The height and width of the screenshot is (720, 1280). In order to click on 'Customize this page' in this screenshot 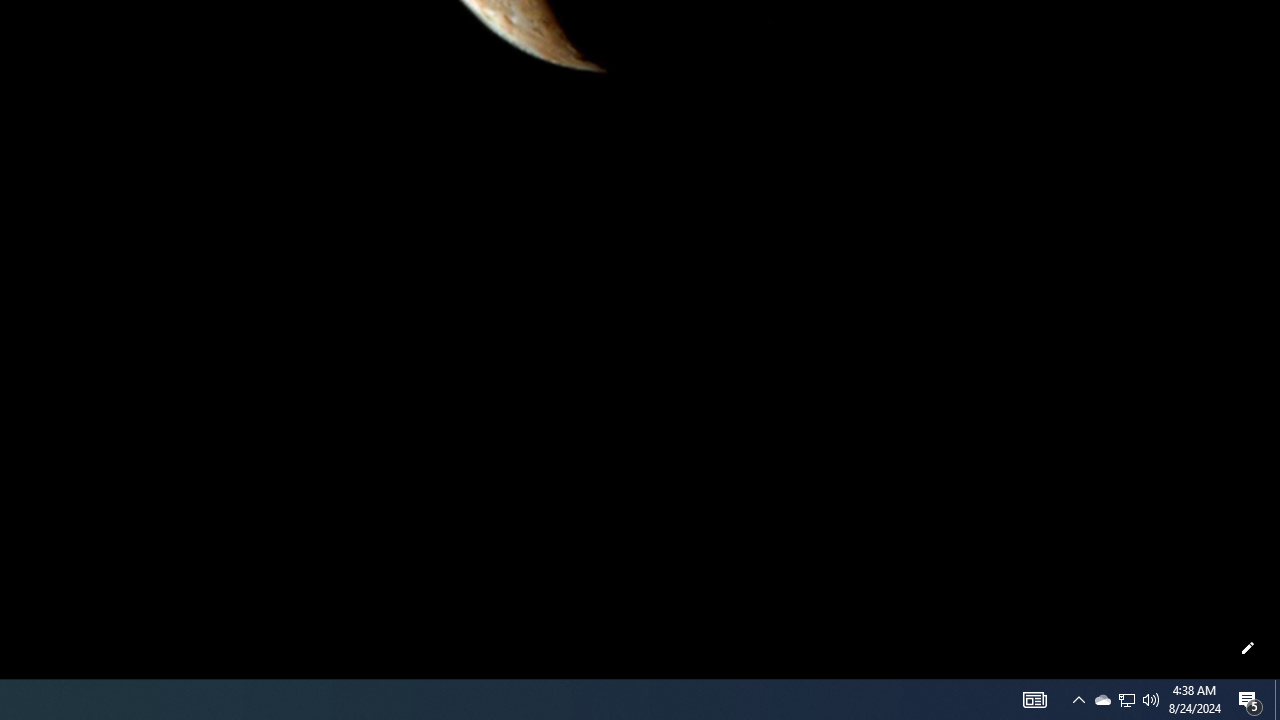, I will do `click(1247, 648)`.